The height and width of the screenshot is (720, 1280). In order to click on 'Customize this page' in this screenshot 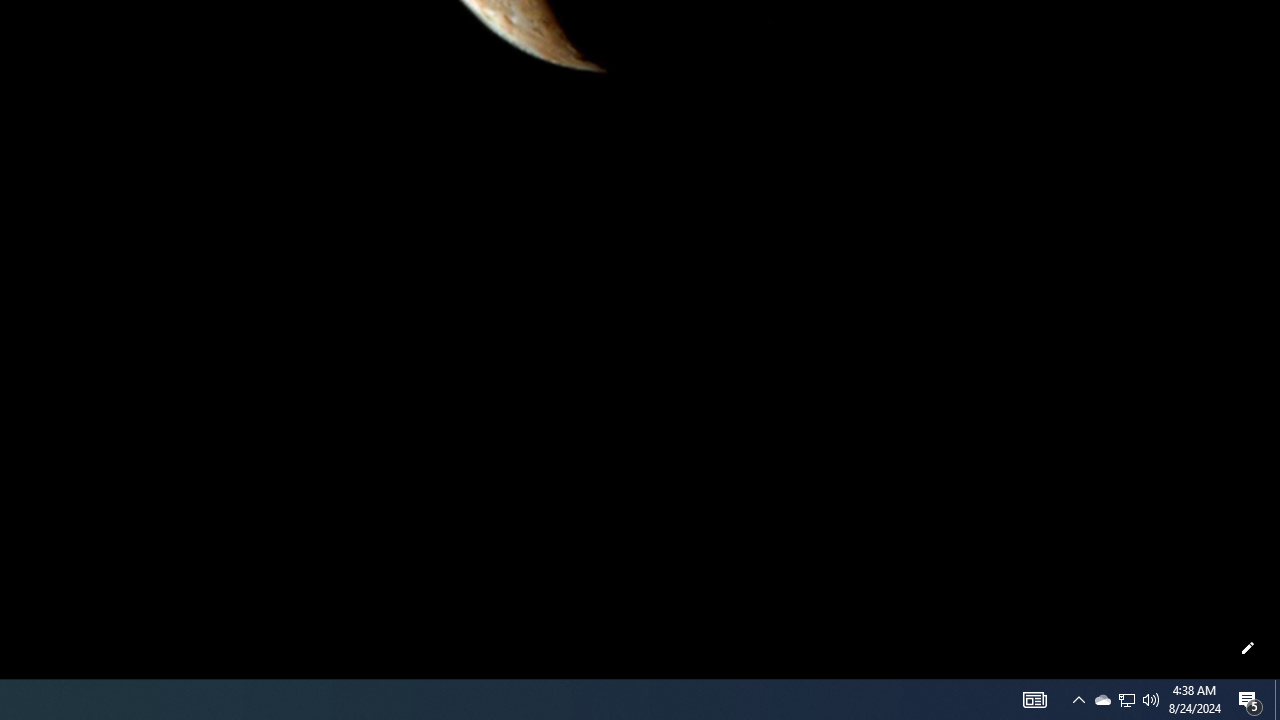, I will do `click(1247, 648)`.